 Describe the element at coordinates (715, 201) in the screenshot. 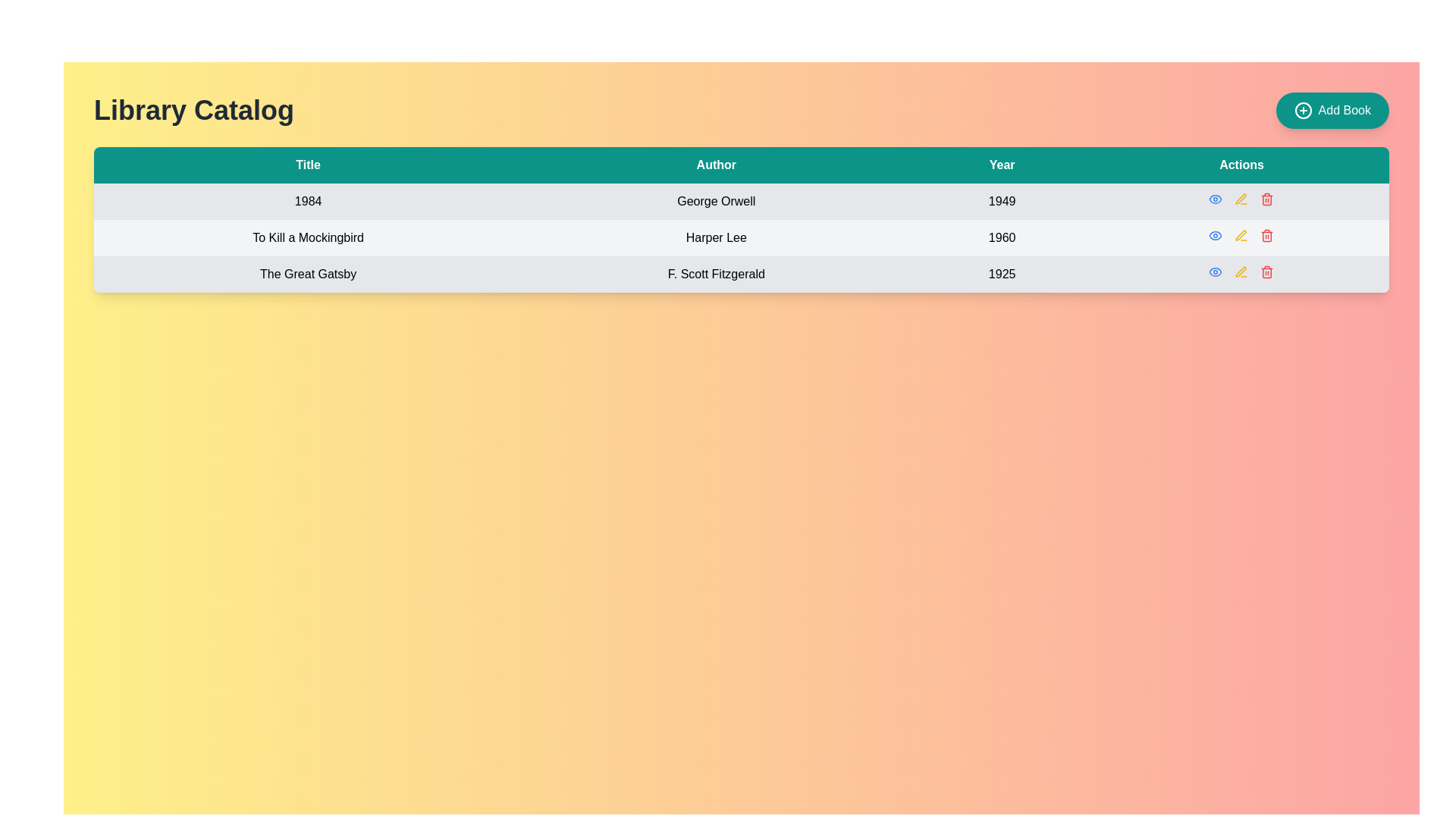

I see `the text label displaying 'George Orwell', which identifies the author of the book in the catalog` at that location.